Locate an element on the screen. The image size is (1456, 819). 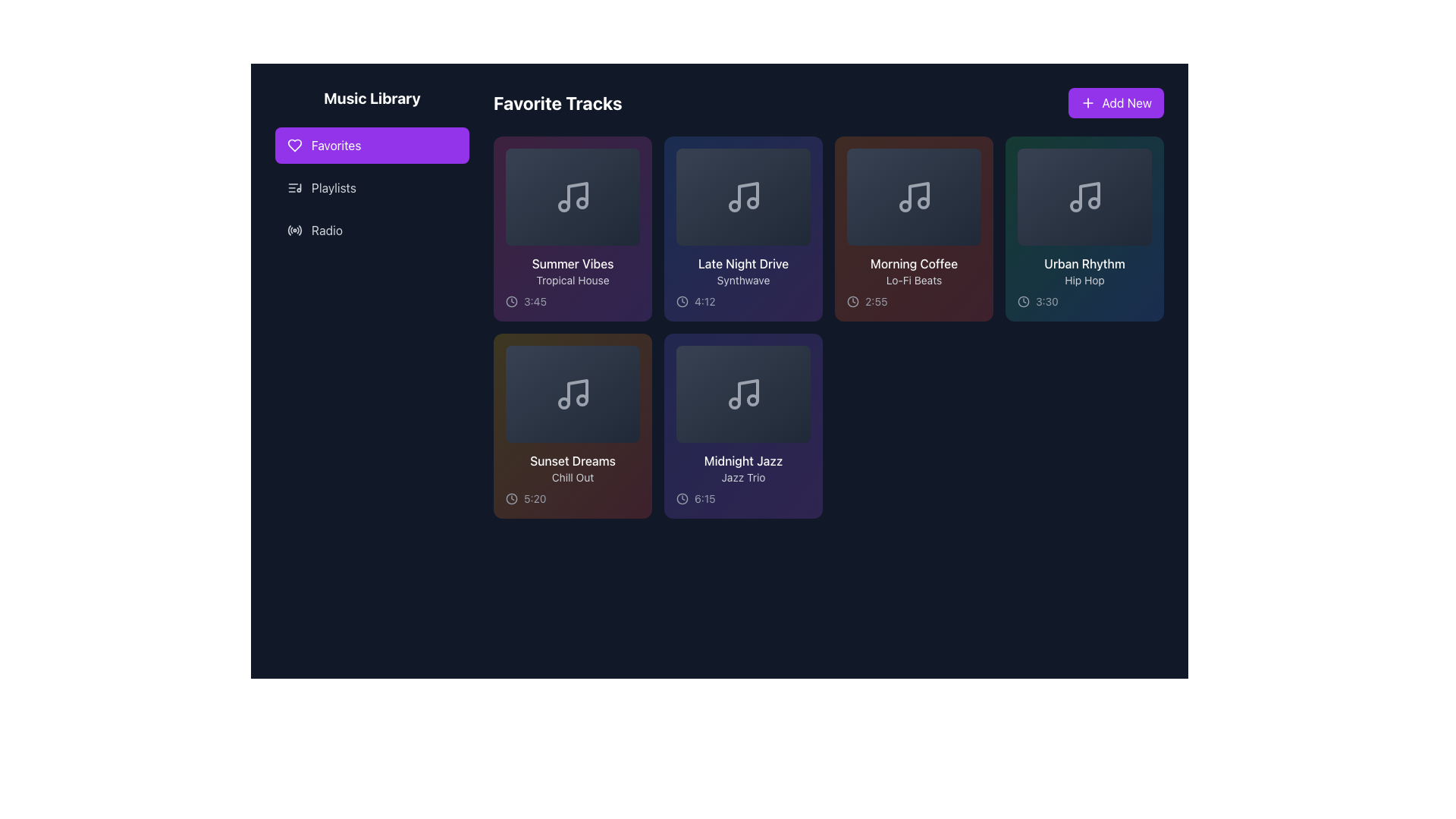
the text label displaying 'Tropical House' styled in gray, located beneath 'Summer Vibes' in the 'Favorite Tracks' section is located at coordinates (572, 281).